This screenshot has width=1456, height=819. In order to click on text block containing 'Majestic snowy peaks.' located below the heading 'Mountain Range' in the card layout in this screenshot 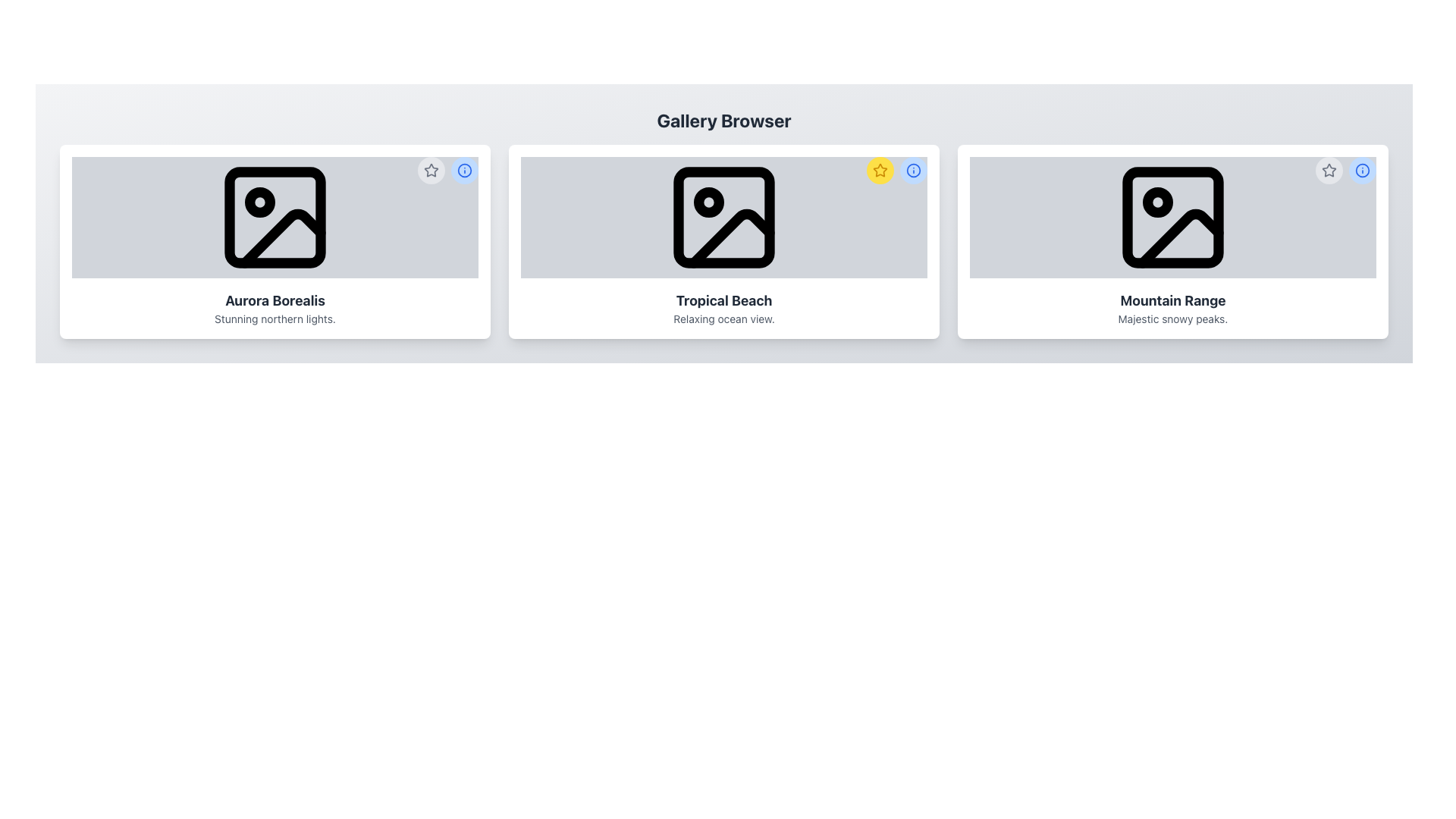, I will do `click(1172, 318)`.